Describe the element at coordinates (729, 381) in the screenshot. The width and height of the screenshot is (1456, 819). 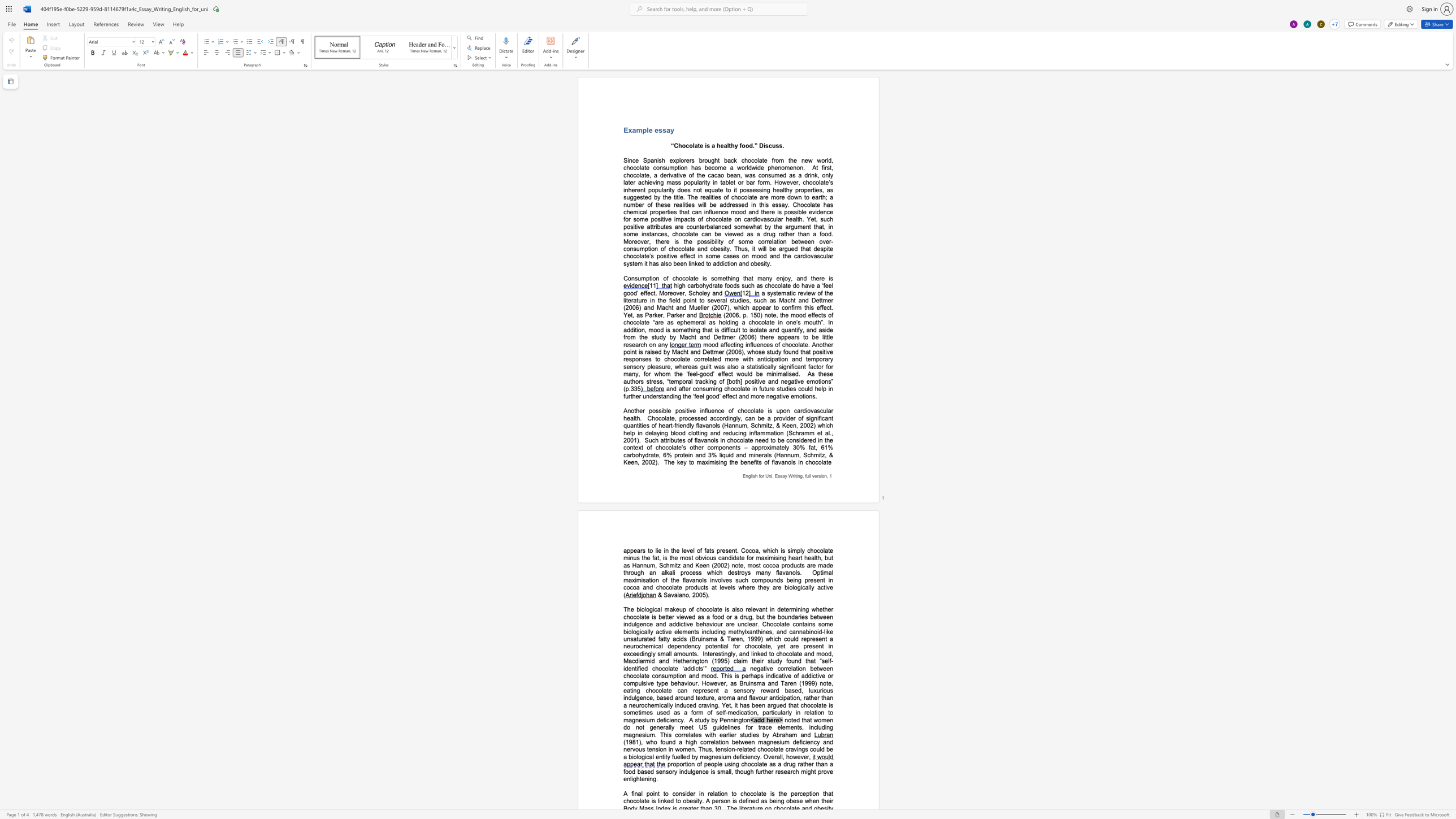
I see `the space between the continuous character "[" and "b" in the text` at that location.